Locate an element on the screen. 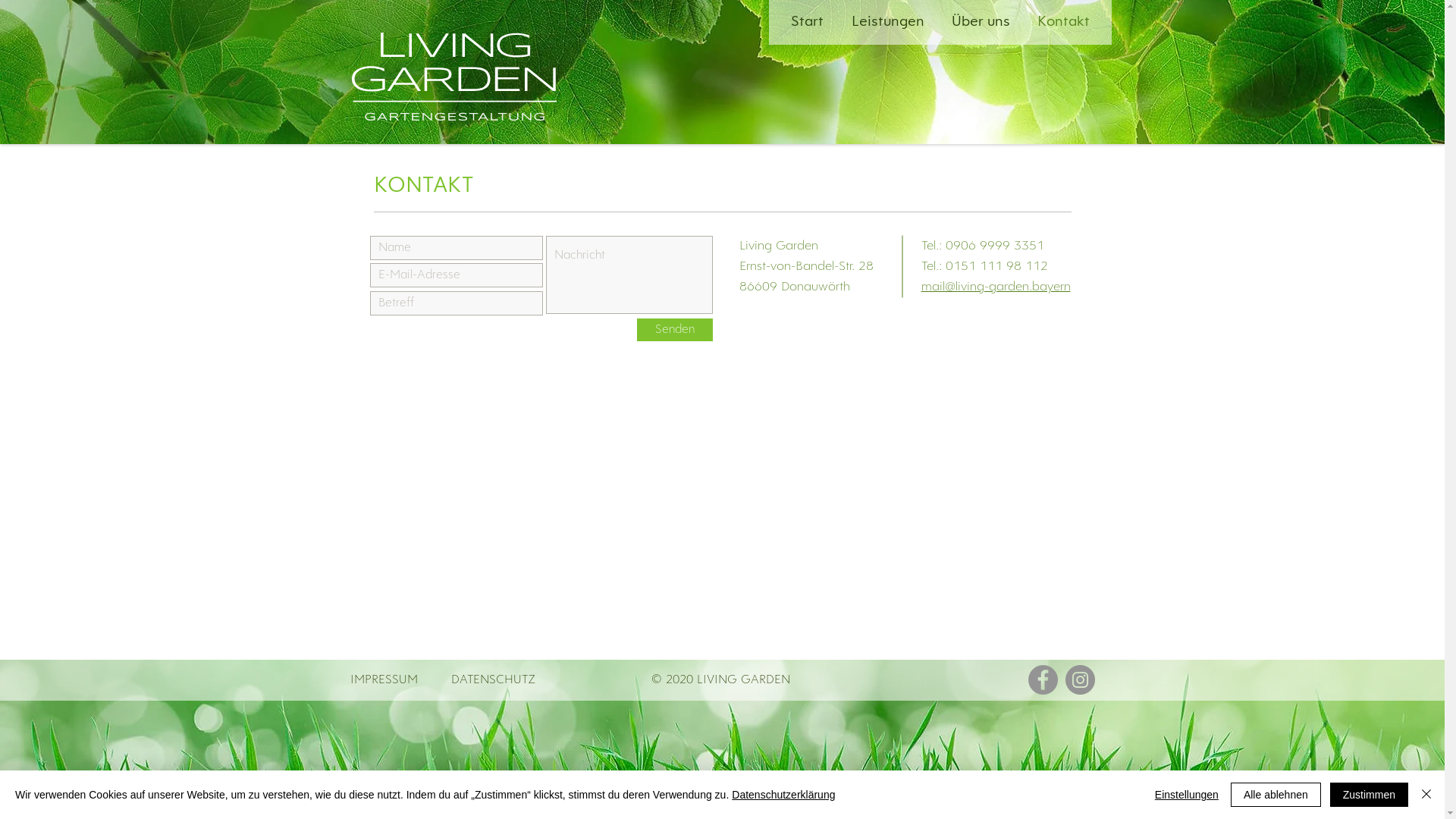  'Leistungen' is located at coordinates (889, 22).